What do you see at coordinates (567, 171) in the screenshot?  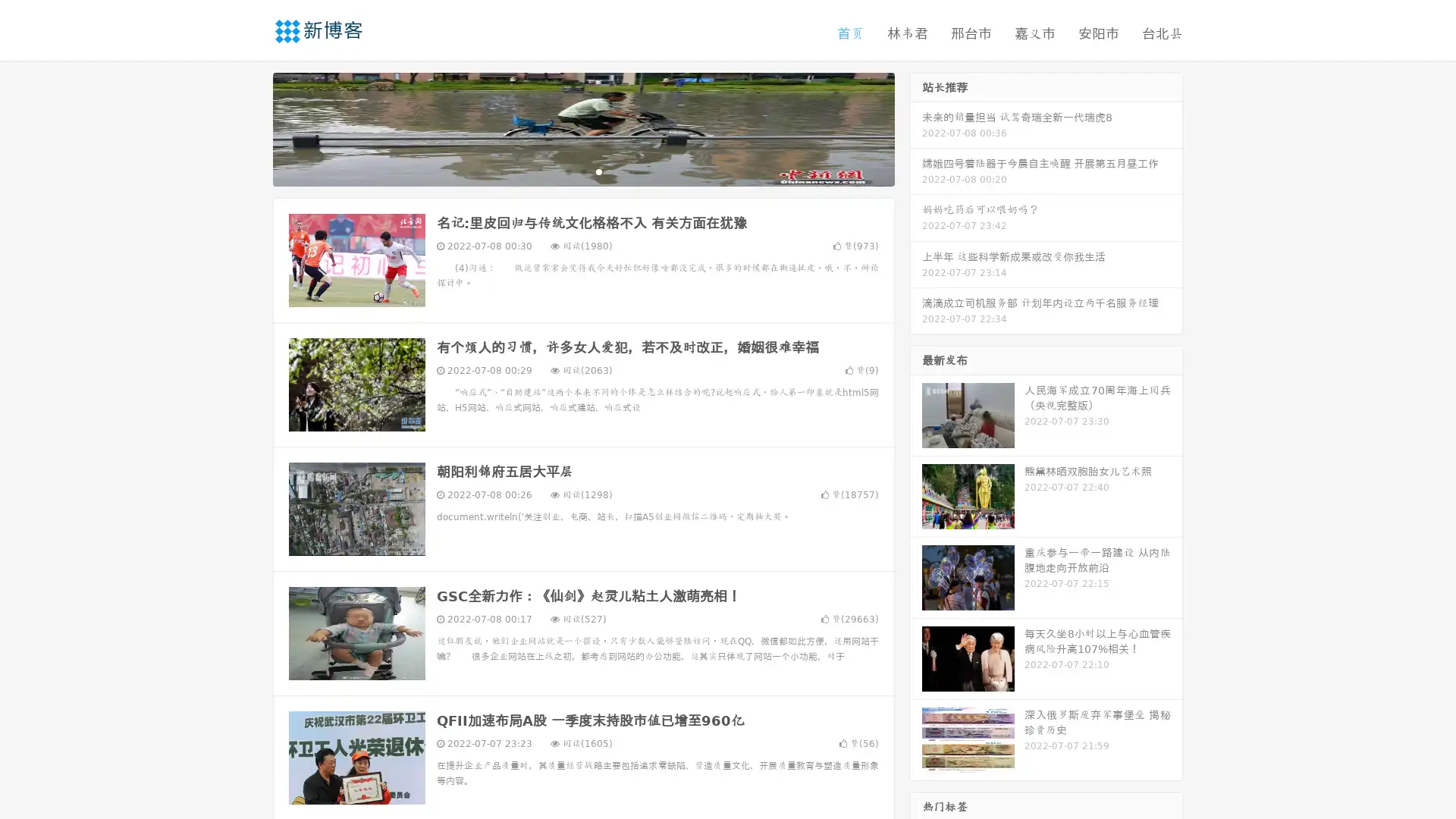 I see `Go to slide 1` at bounding box center [567, 171].